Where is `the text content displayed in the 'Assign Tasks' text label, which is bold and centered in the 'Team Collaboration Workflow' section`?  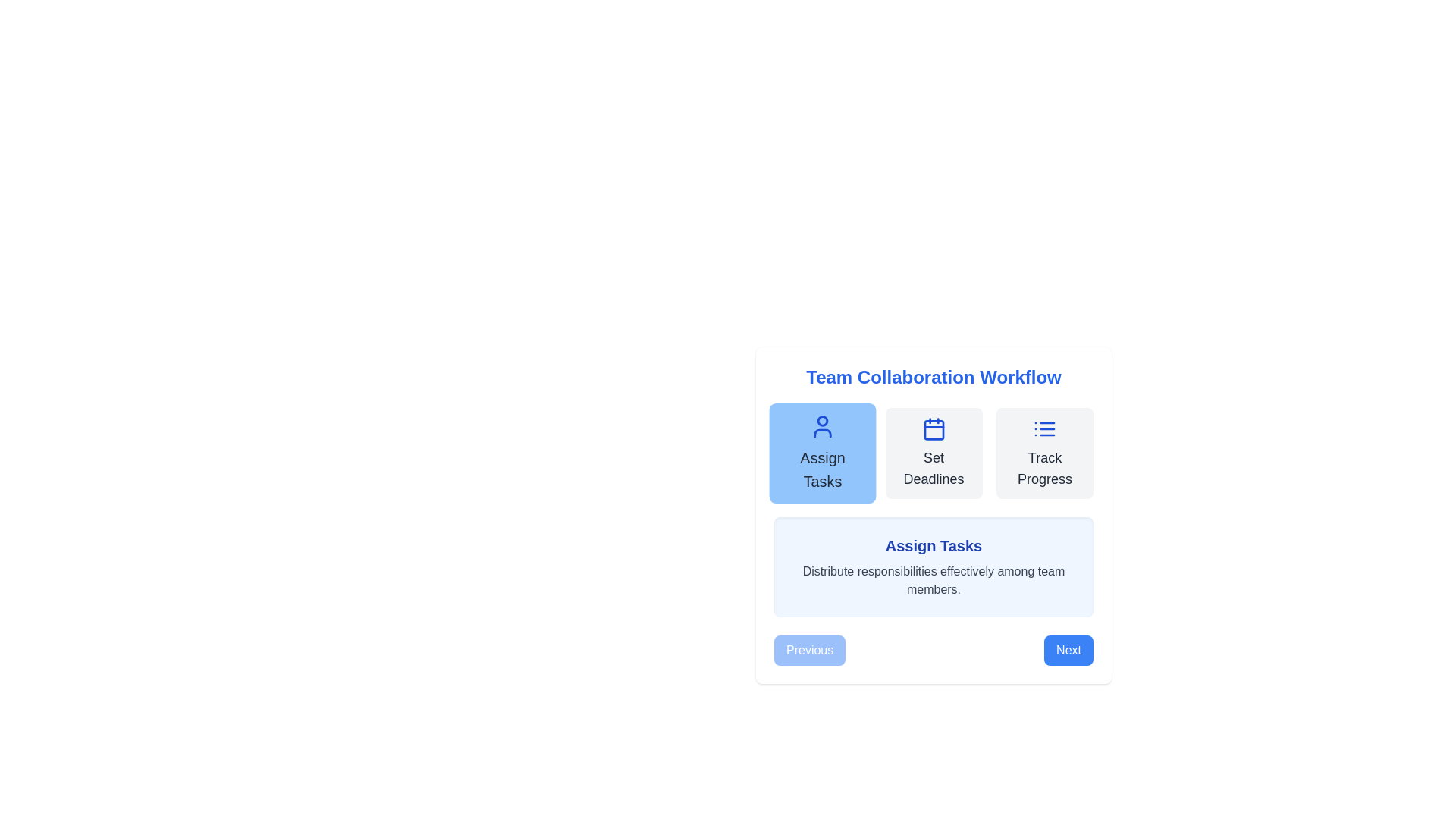
the text content displayed in the 'Assign Tasks' text label, which is bold and centered in the 'Team Collaboration Workflow' section is located at coordinates (821, 469).